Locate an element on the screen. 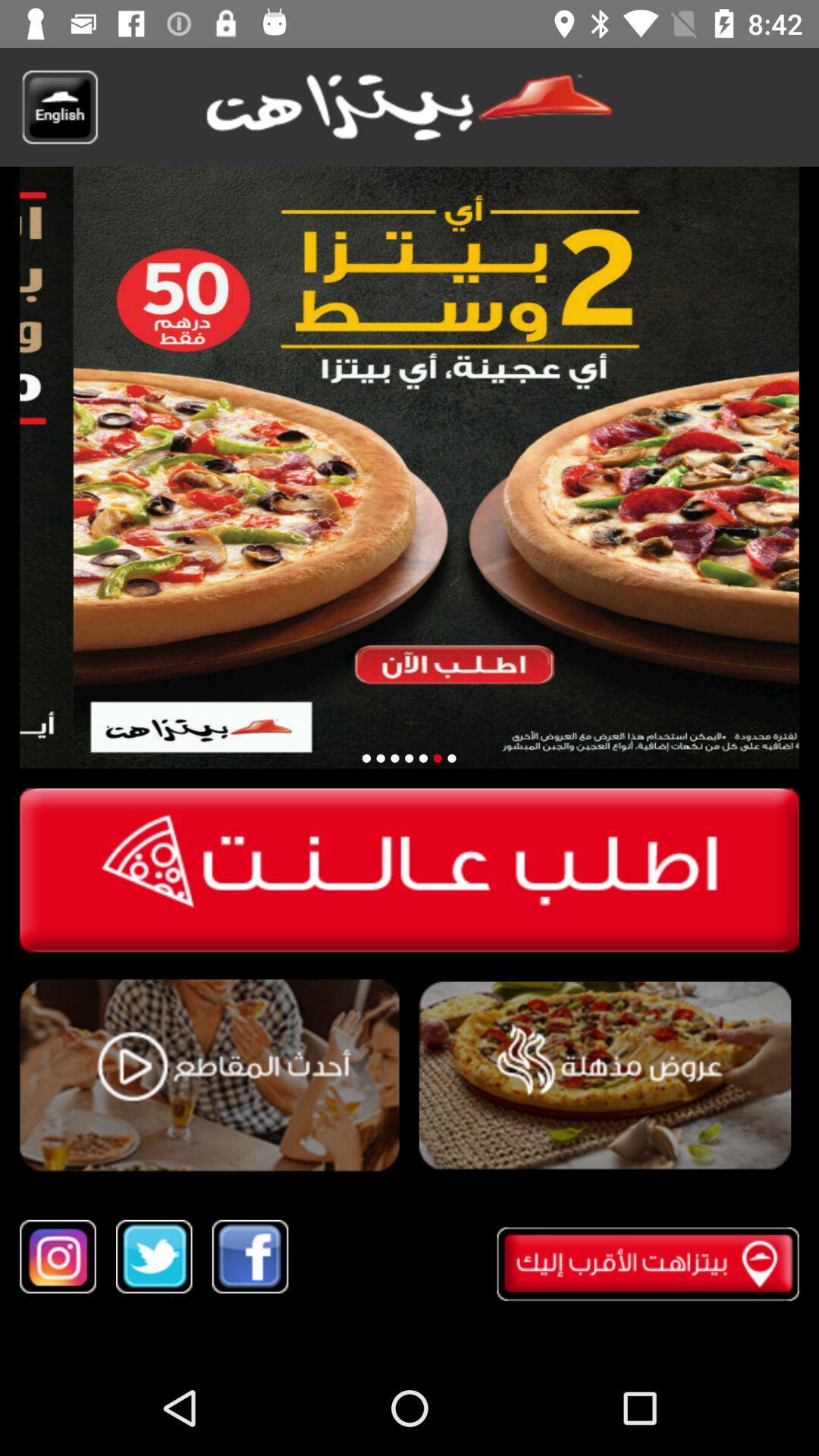  slideshow right is located at coordinates (450, 758).